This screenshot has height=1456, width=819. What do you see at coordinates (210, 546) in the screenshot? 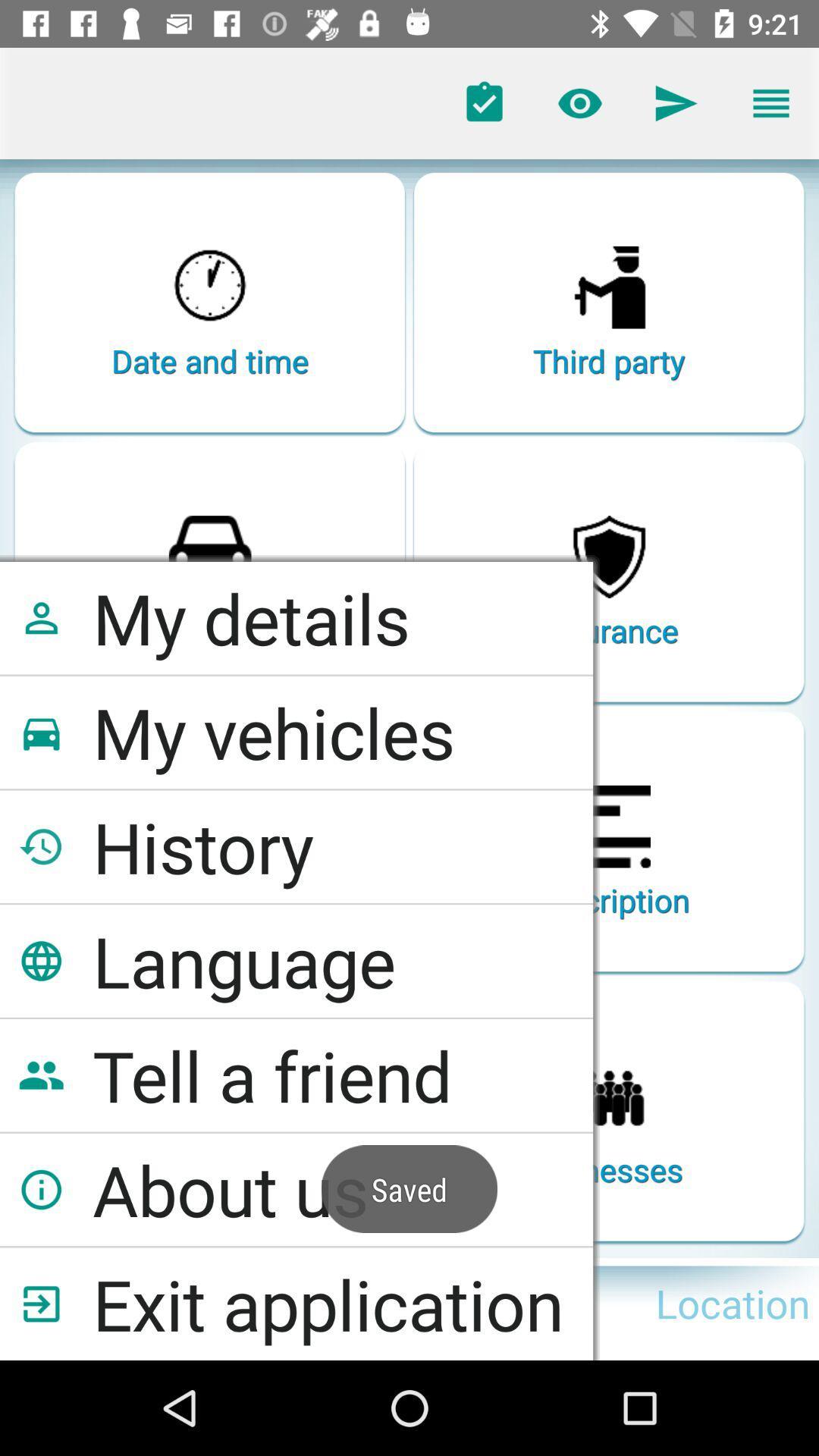
I see `the symbol which is immediately above my details` at bounding box center [210, 546].